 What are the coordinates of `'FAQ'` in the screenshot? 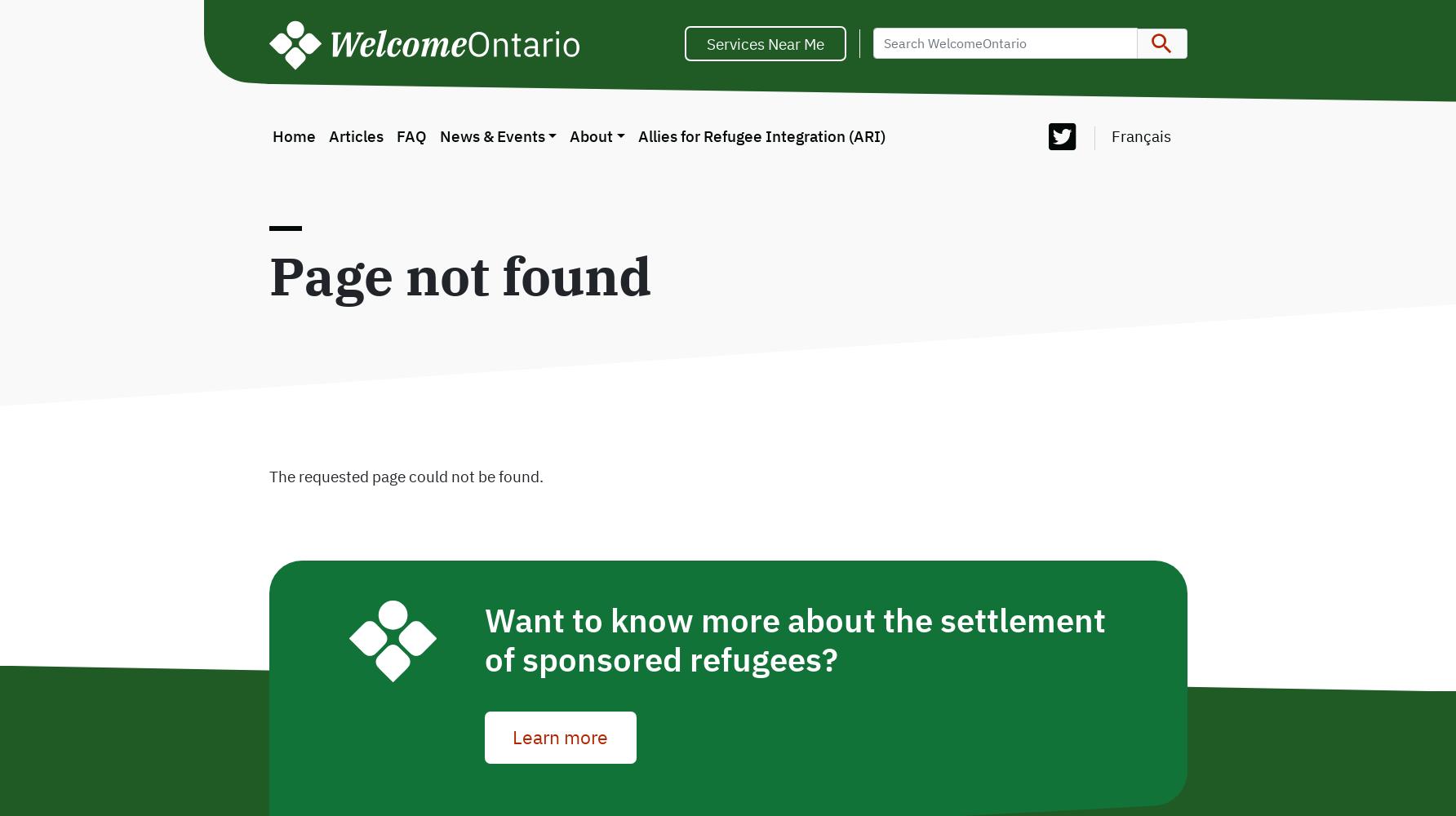 It's located at (411, 135).